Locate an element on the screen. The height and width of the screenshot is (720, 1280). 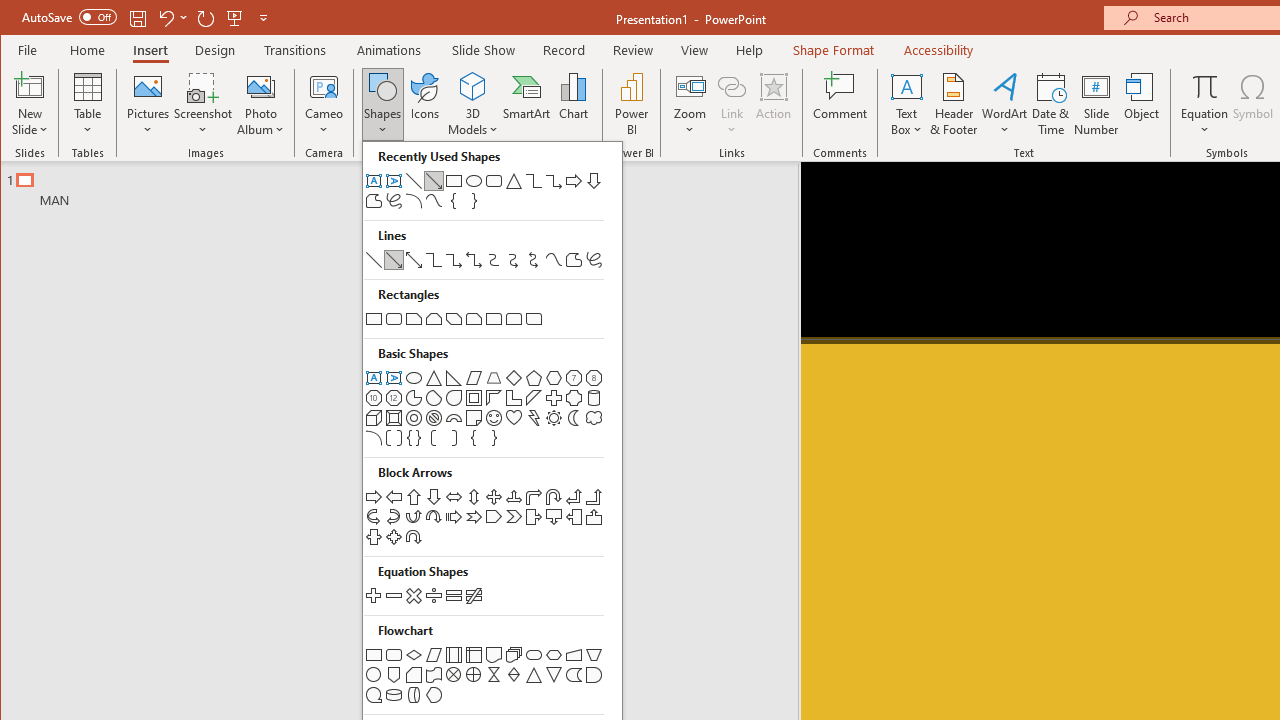
'Equation' is located at coordinates (1204, 85).